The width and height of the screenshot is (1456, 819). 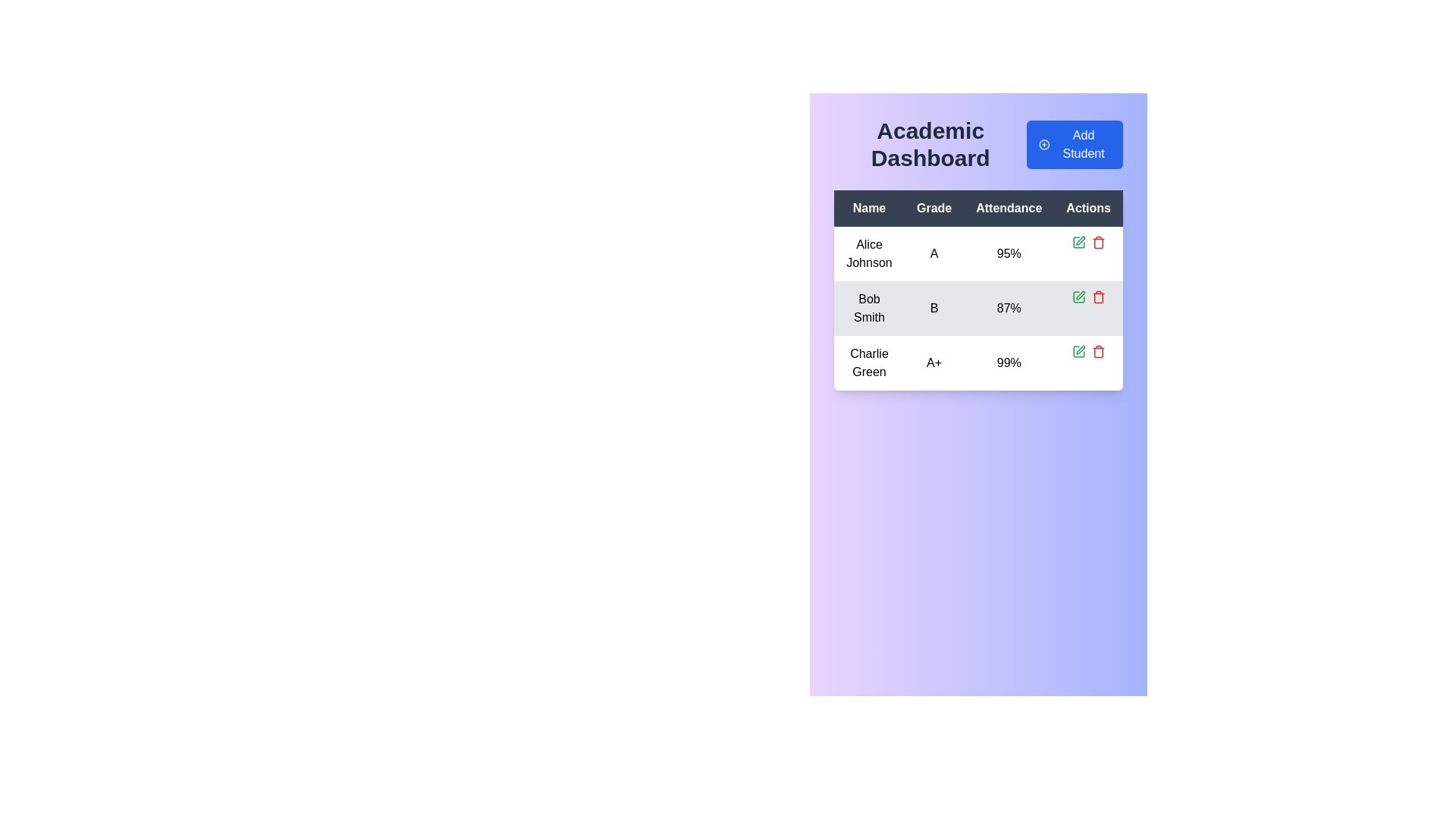 What do you see at coordinates (934, 253) in the screenshot?
I see `the static text element displaying the grade 'A' for student Alice Johnson, which is located in the 'Grade' column of the main table under the 'Academic Dashboard'` at bounding box center [934, 253].